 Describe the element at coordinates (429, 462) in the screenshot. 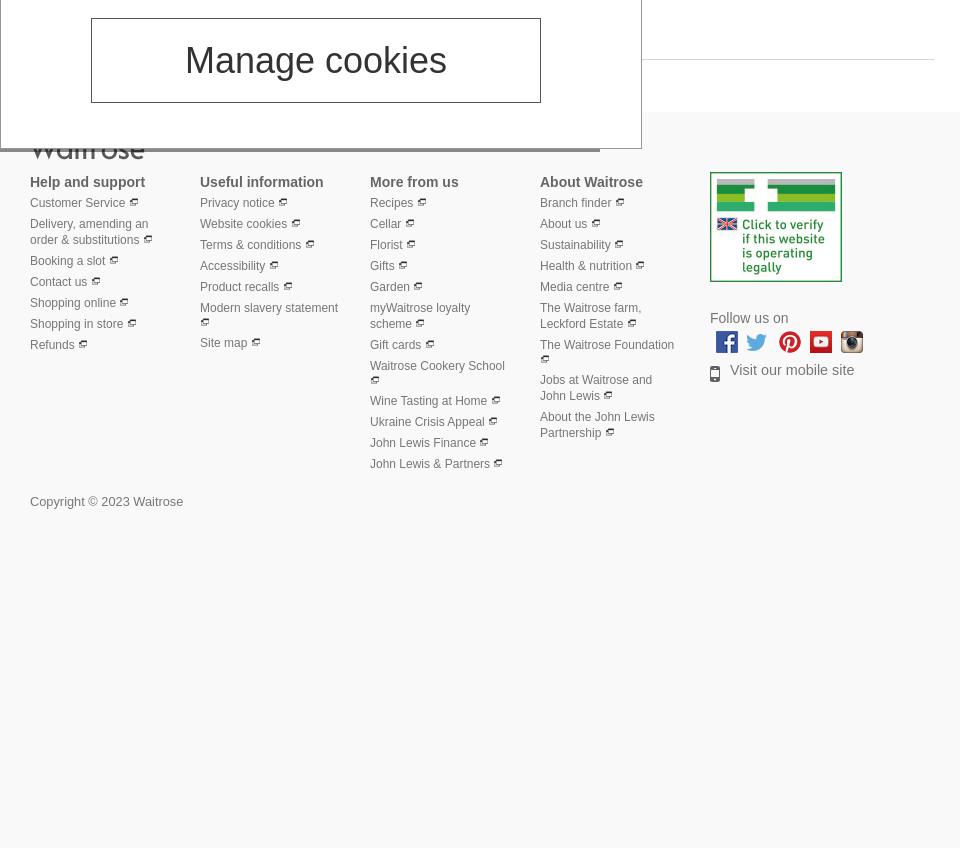

I see `'John Lewis & Partners'` at that location.